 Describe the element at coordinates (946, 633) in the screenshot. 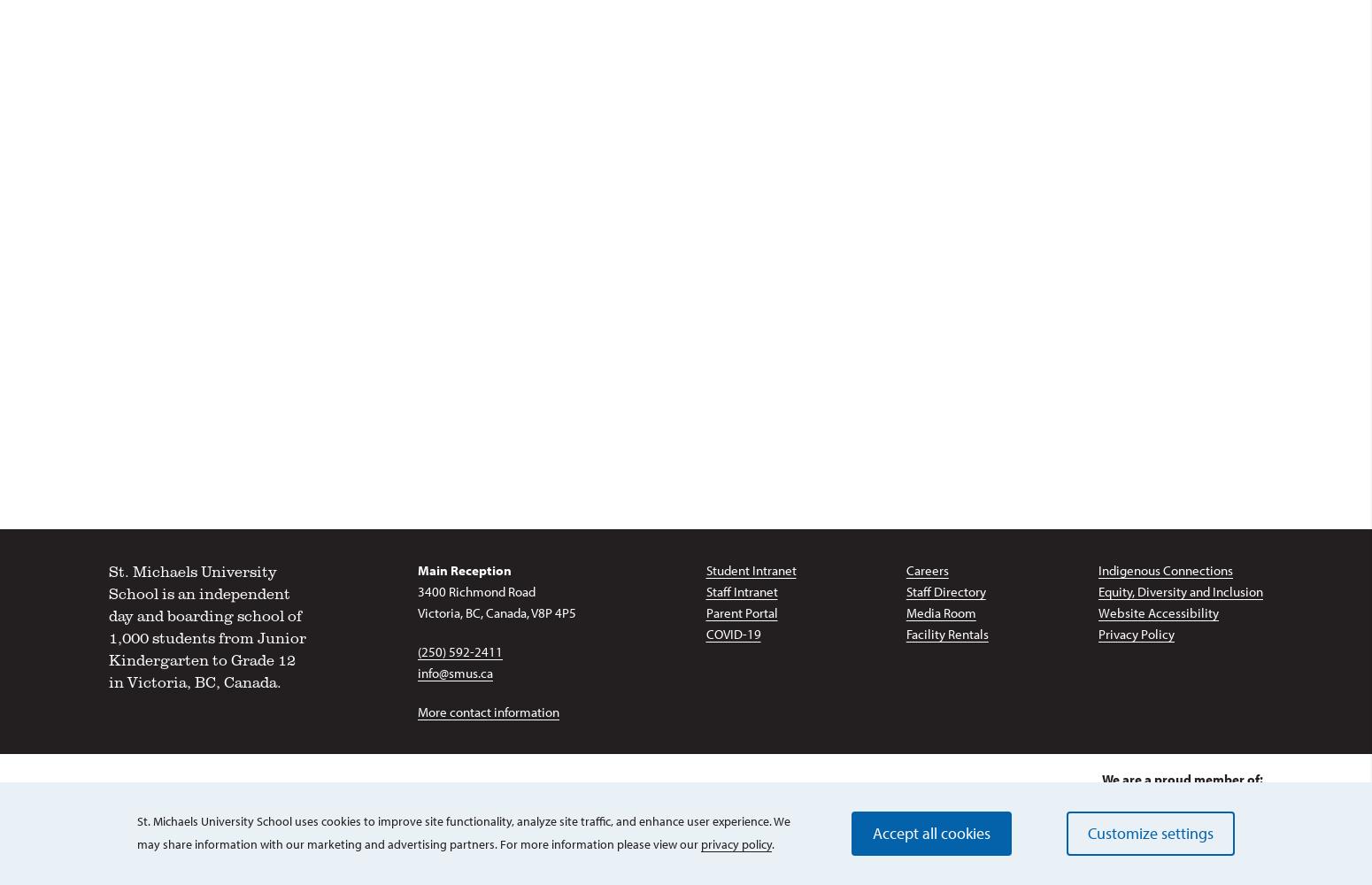

I see `'Facility Rentals'` at that location.